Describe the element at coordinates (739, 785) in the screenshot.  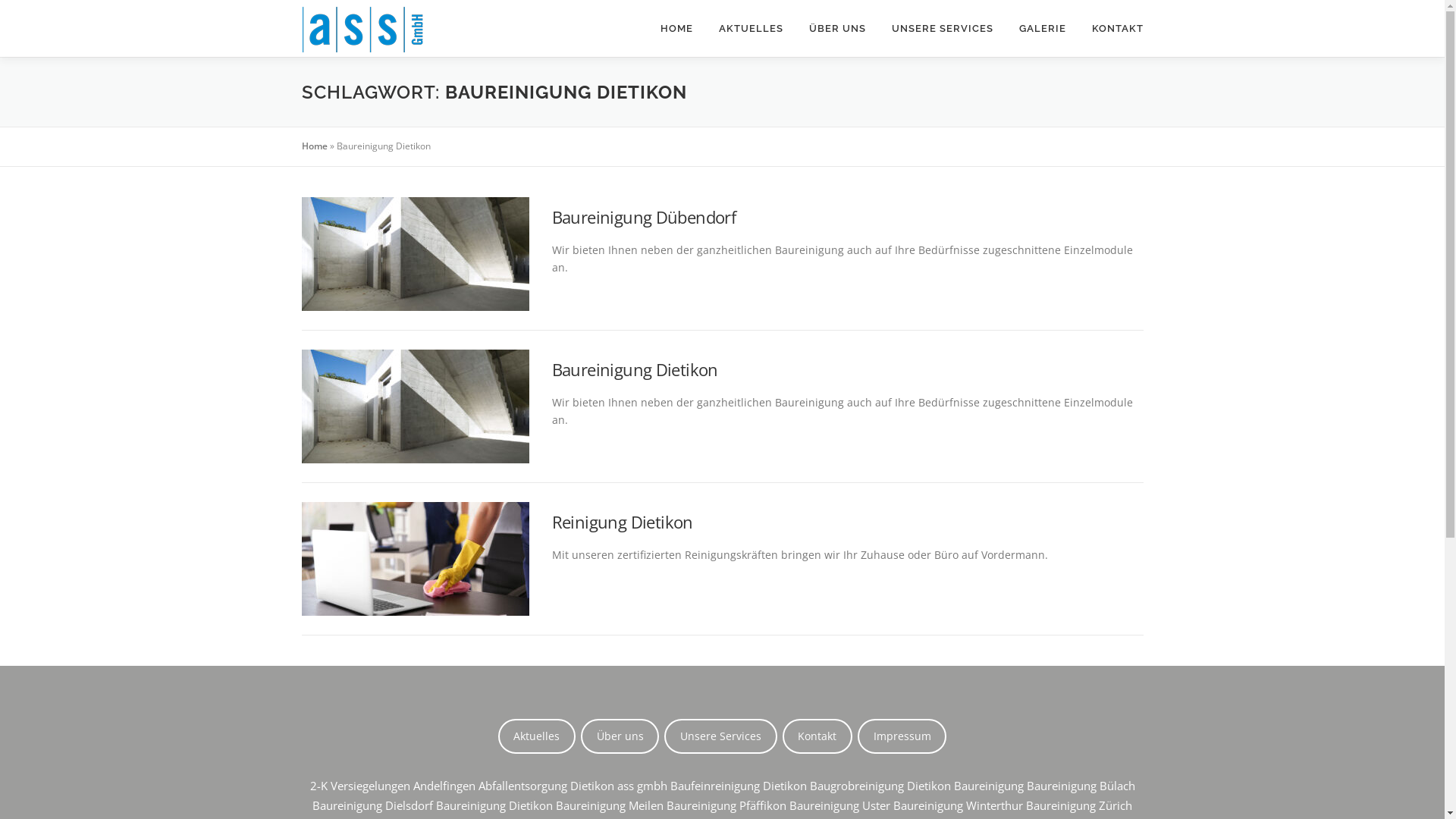
I see `'Baufeinreinigung Dietikon'` at that location.